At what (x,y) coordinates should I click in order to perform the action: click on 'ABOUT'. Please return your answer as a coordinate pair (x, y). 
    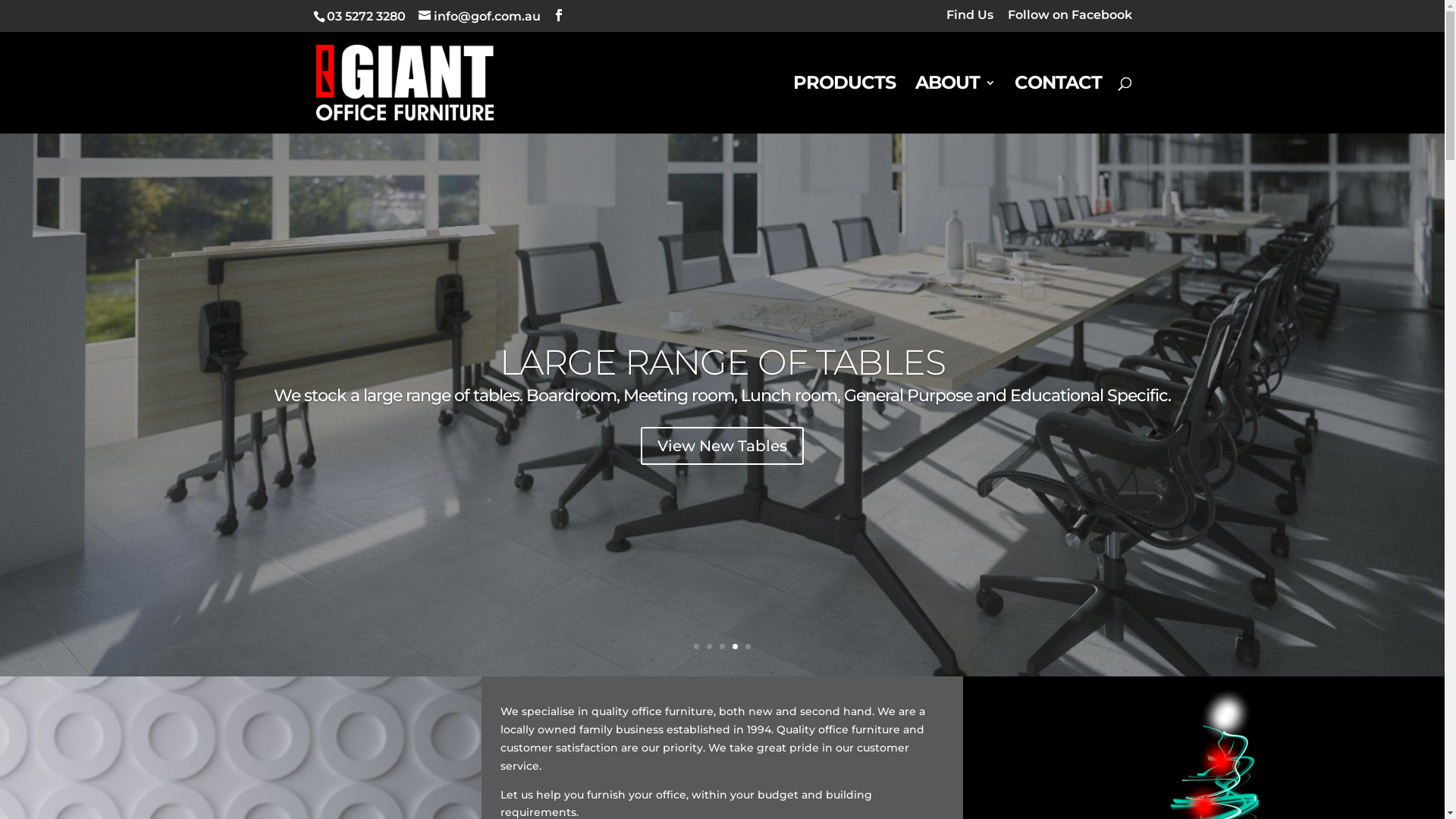
    Looking at the image, I should click on (953, 104).